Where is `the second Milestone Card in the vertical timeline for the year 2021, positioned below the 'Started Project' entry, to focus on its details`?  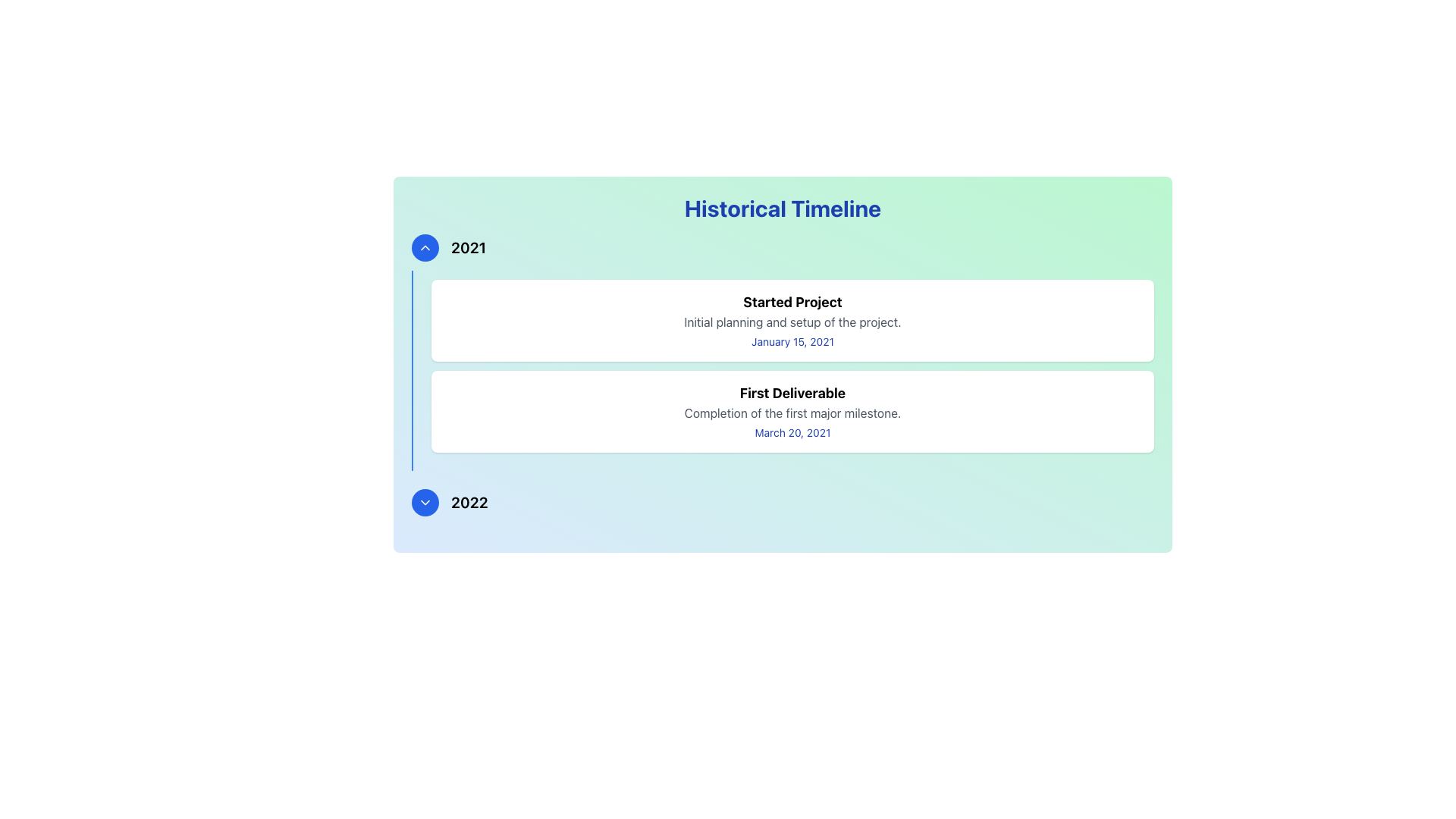 the second Milestone Card in the vertical timeline for the year 2021, positioned below the 'Started Project' entry, to focus on its details is located at coordinates (792, 412).